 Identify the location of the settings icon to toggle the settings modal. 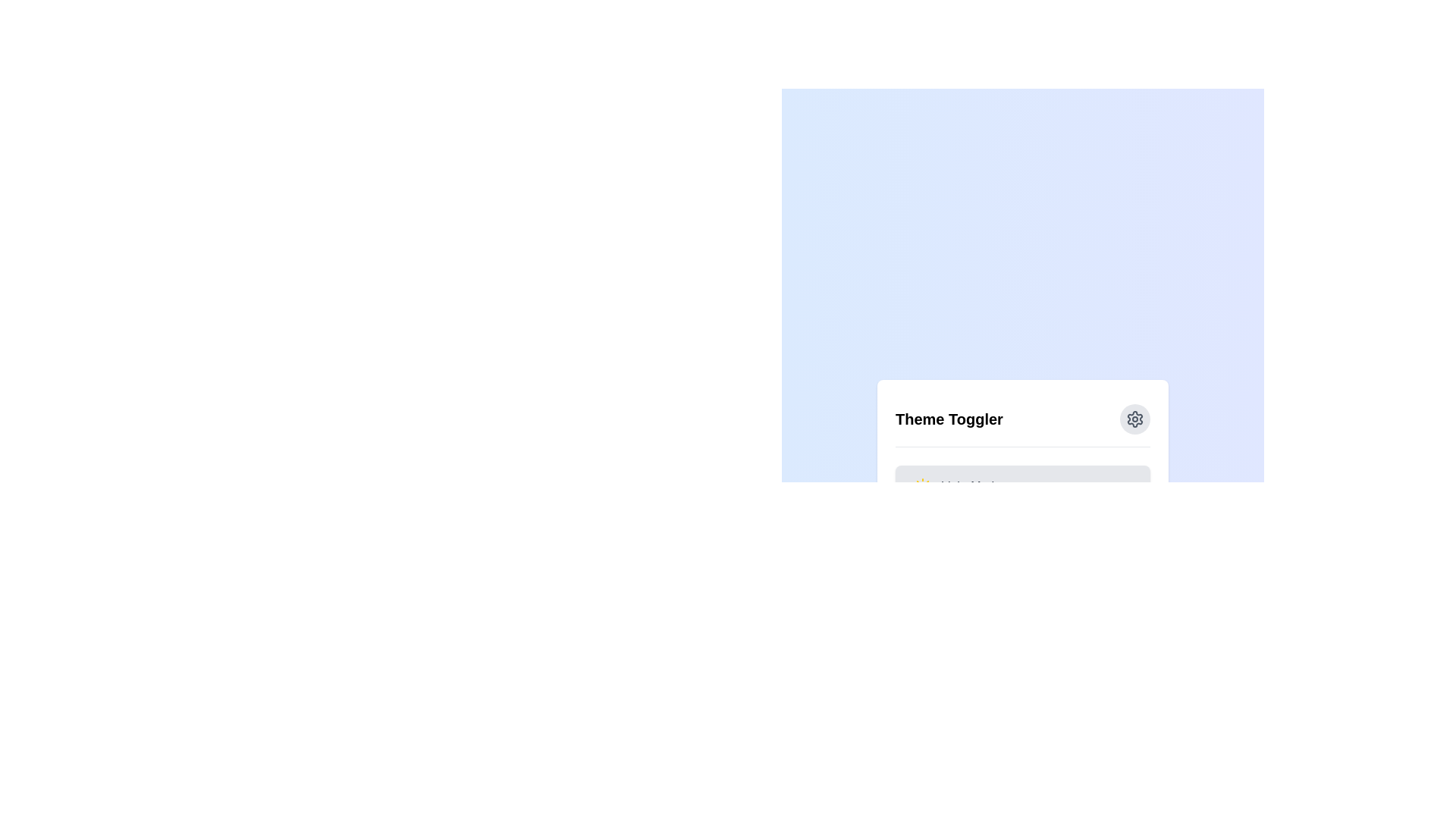
(1135, 419).